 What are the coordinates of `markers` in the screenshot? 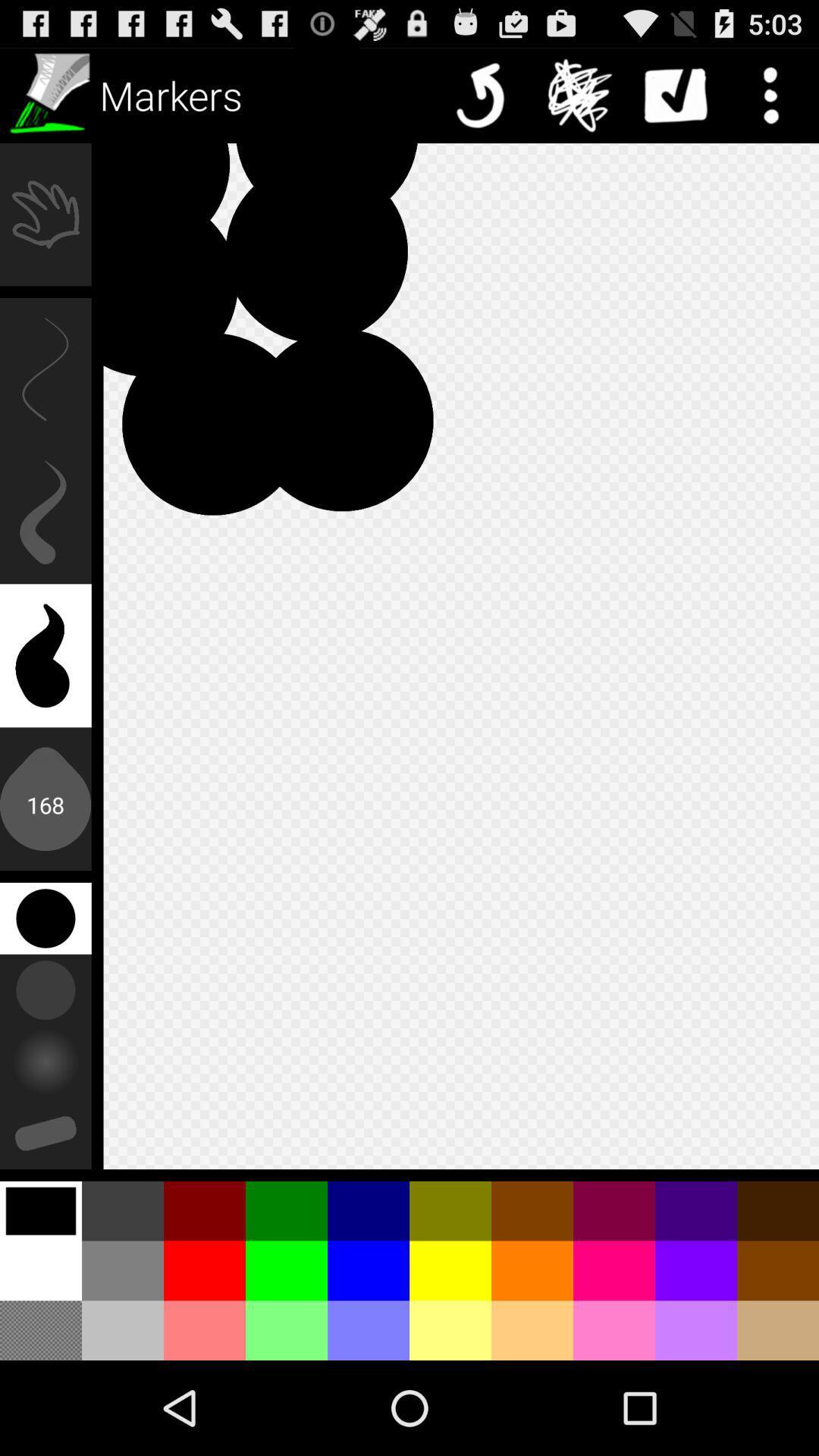 It's located at (46, 94).